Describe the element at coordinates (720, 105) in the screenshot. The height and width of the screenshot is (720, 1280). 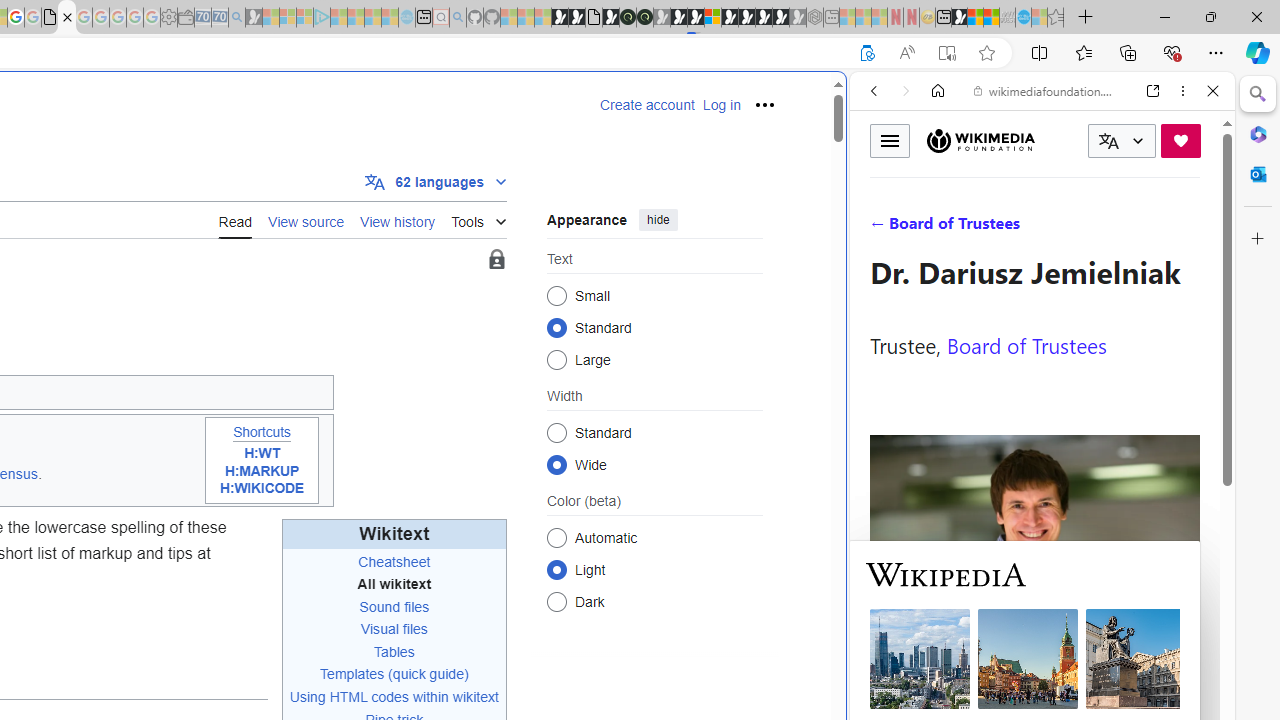
I see `'Log in'` at that location.